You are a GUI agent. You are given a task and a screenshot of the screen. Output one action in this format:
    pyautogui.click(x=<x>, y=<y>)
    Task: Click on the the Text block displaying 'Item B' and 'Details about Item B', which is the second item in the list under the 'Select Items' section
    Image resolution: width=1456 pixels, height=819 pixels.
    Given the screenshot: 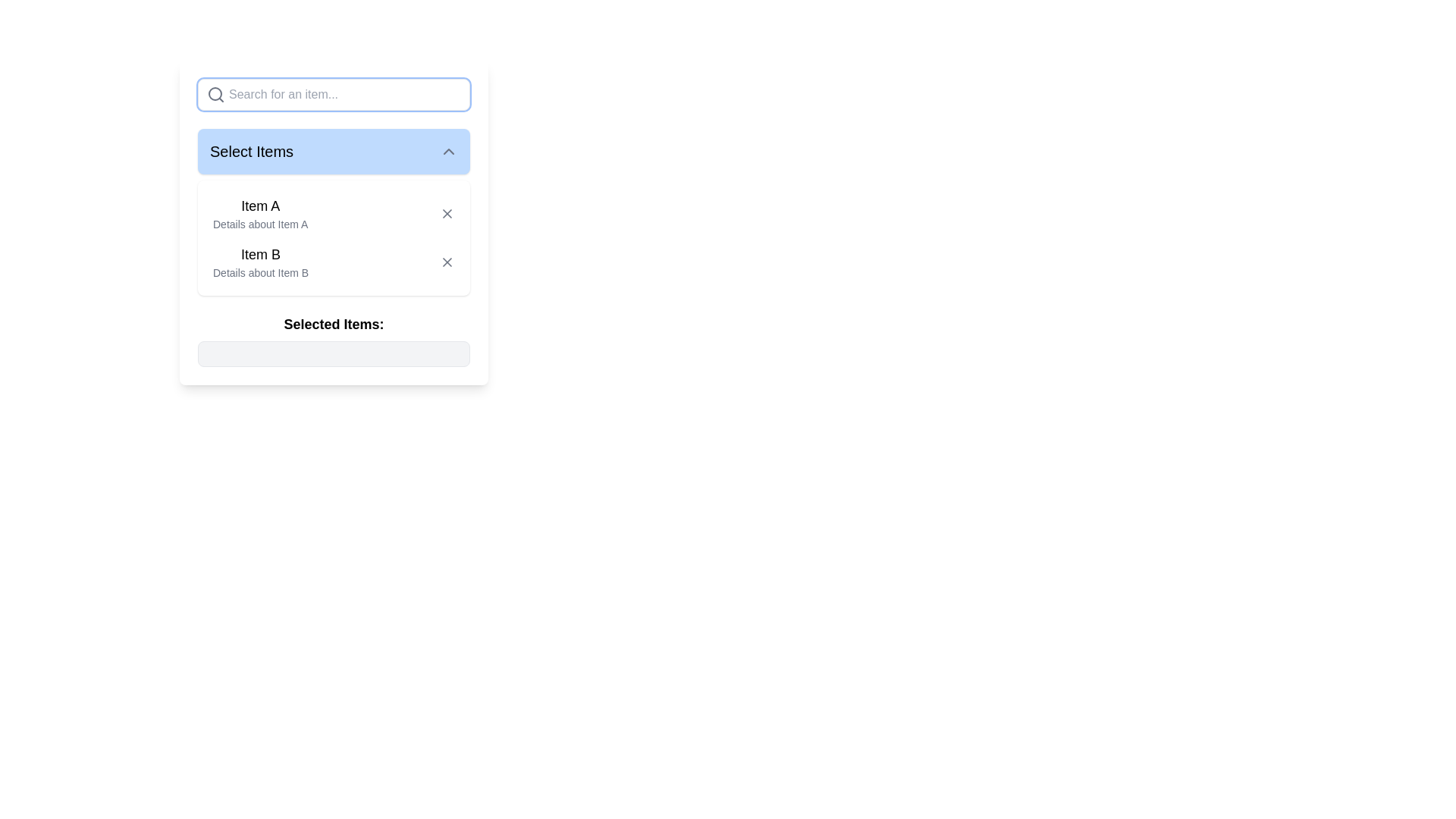 What is the action you would take?
    pyautogui.click(x=261, y=262)
    